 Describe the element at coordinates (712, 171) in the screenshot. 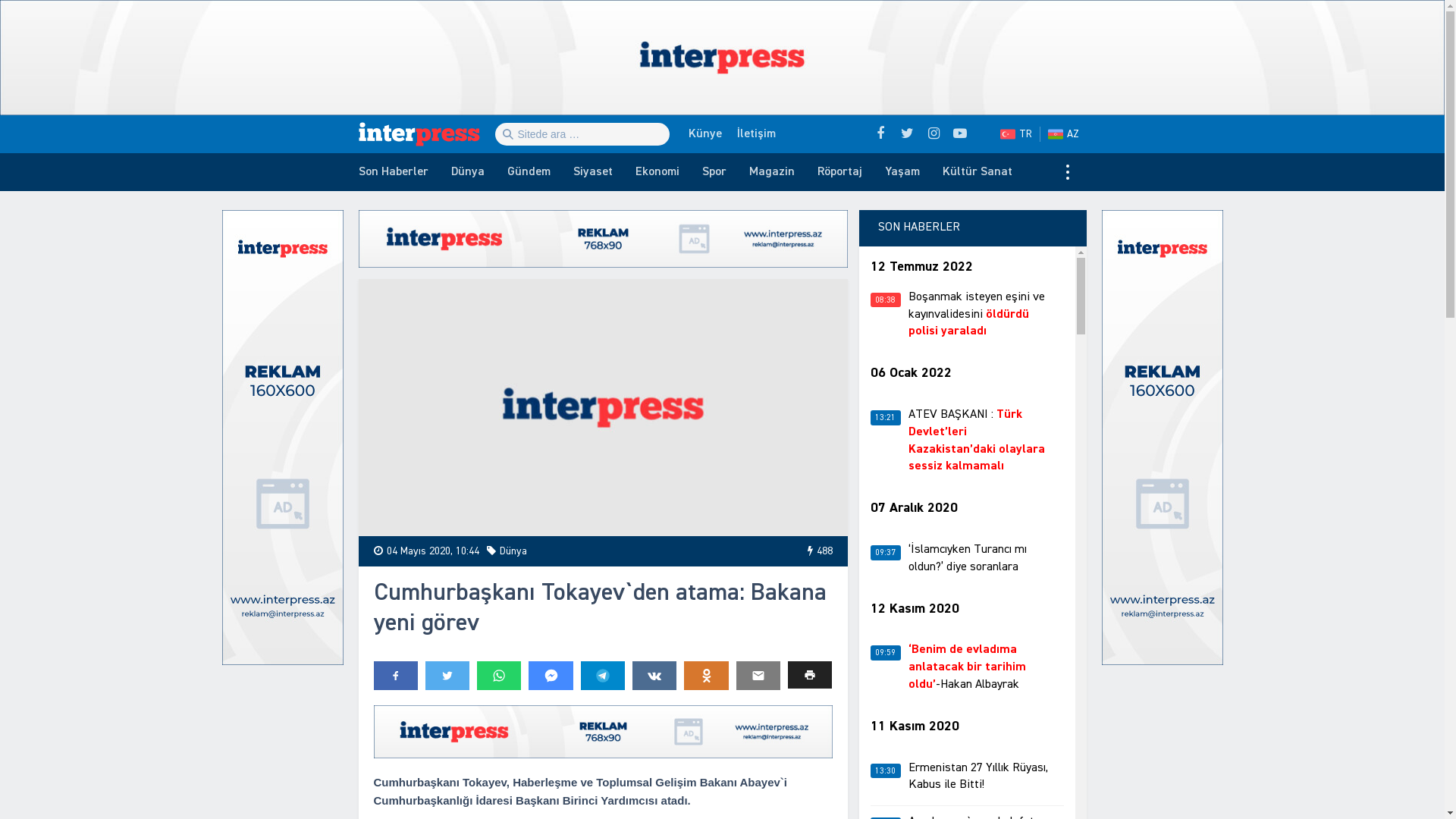

I see `'Spor'` at that location.